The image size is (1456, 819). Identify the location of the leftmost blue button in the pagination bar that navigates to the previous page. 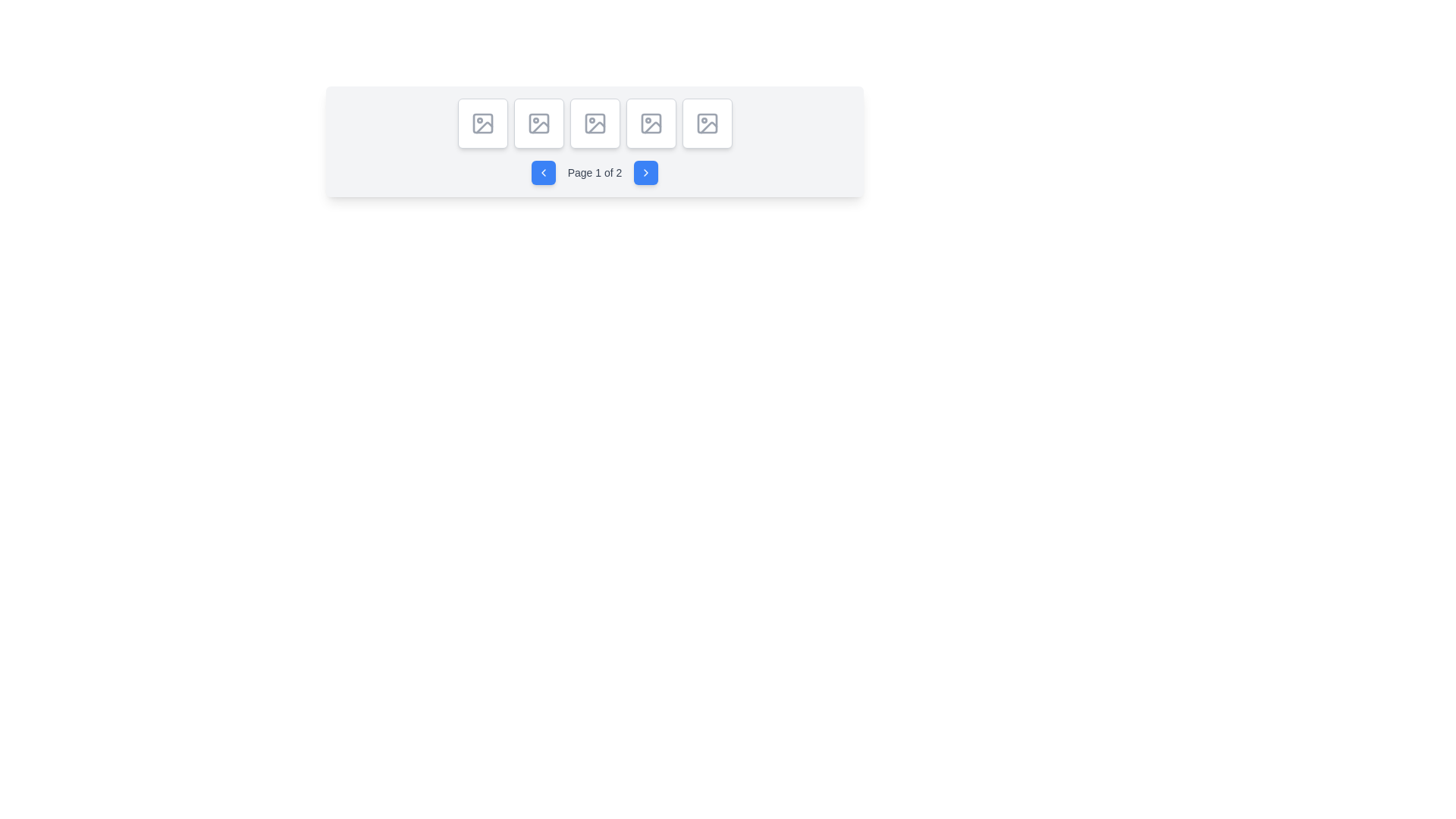
(543, 171).